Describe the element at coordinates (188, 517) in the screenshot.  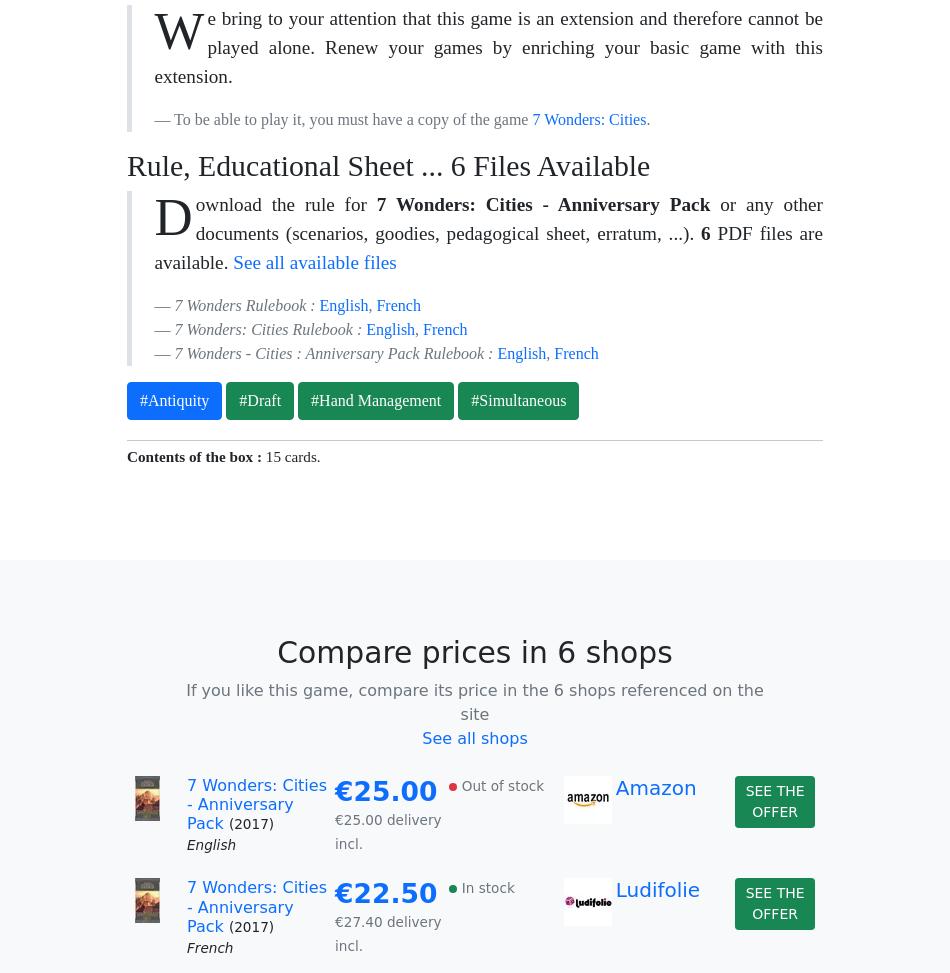
I see `'Distributors'` at that location.